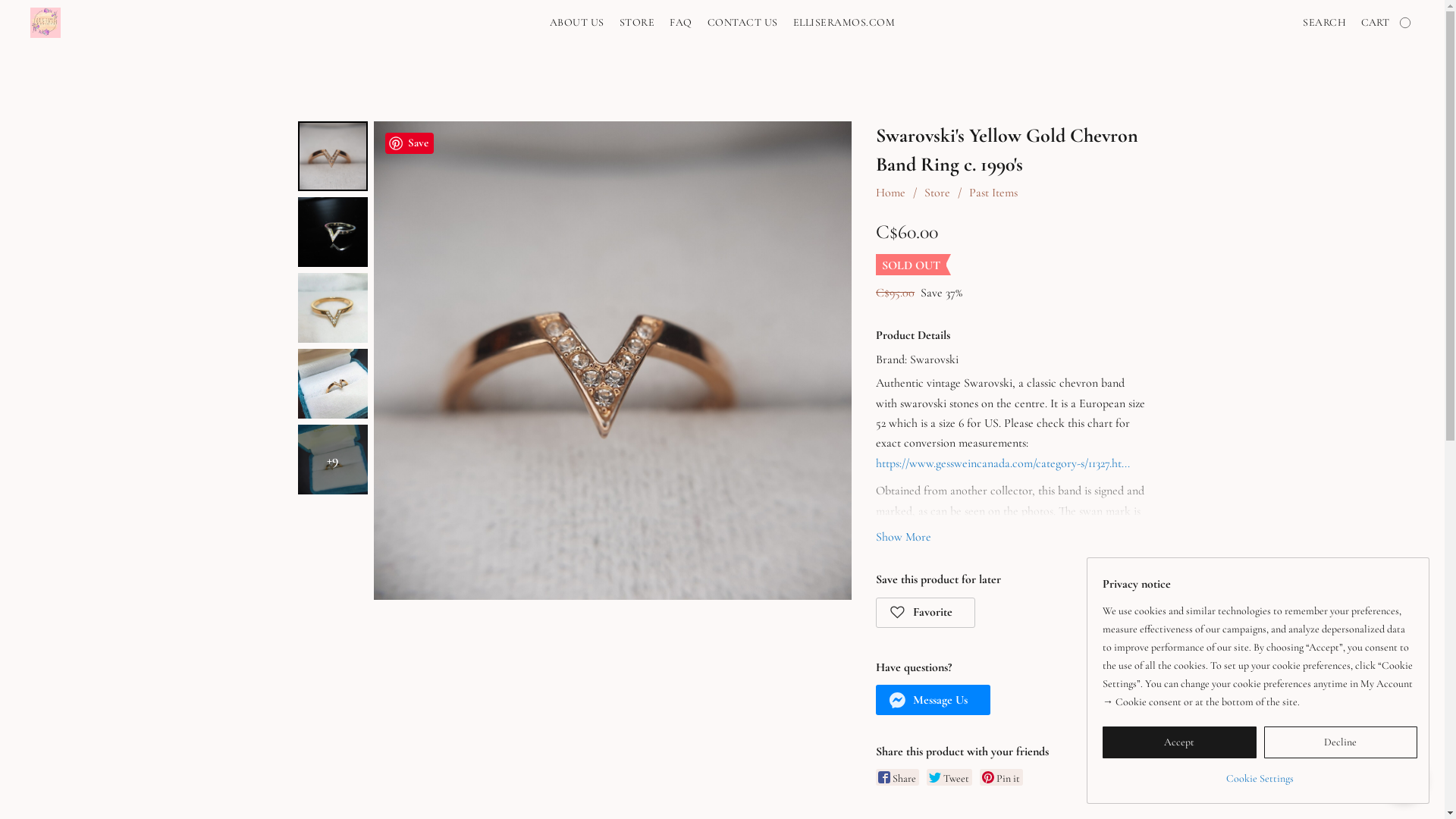 The width and height of the screenshot is (1456, 819). Describe the element at coordinates (1323, 23) in the screenshot. I see `'SEARCH'` at that location.